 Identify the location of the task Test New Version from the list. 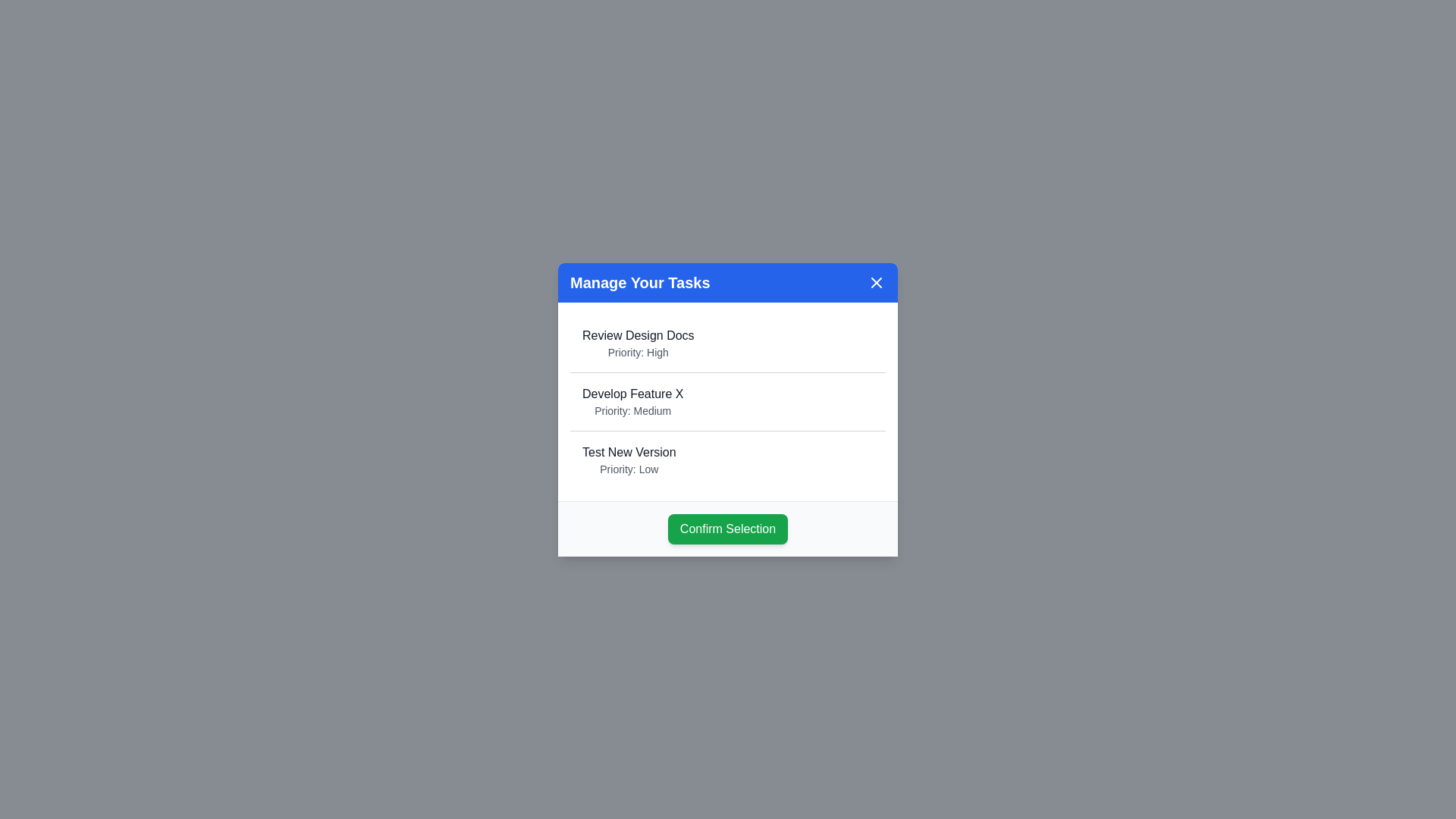
(629, 451).